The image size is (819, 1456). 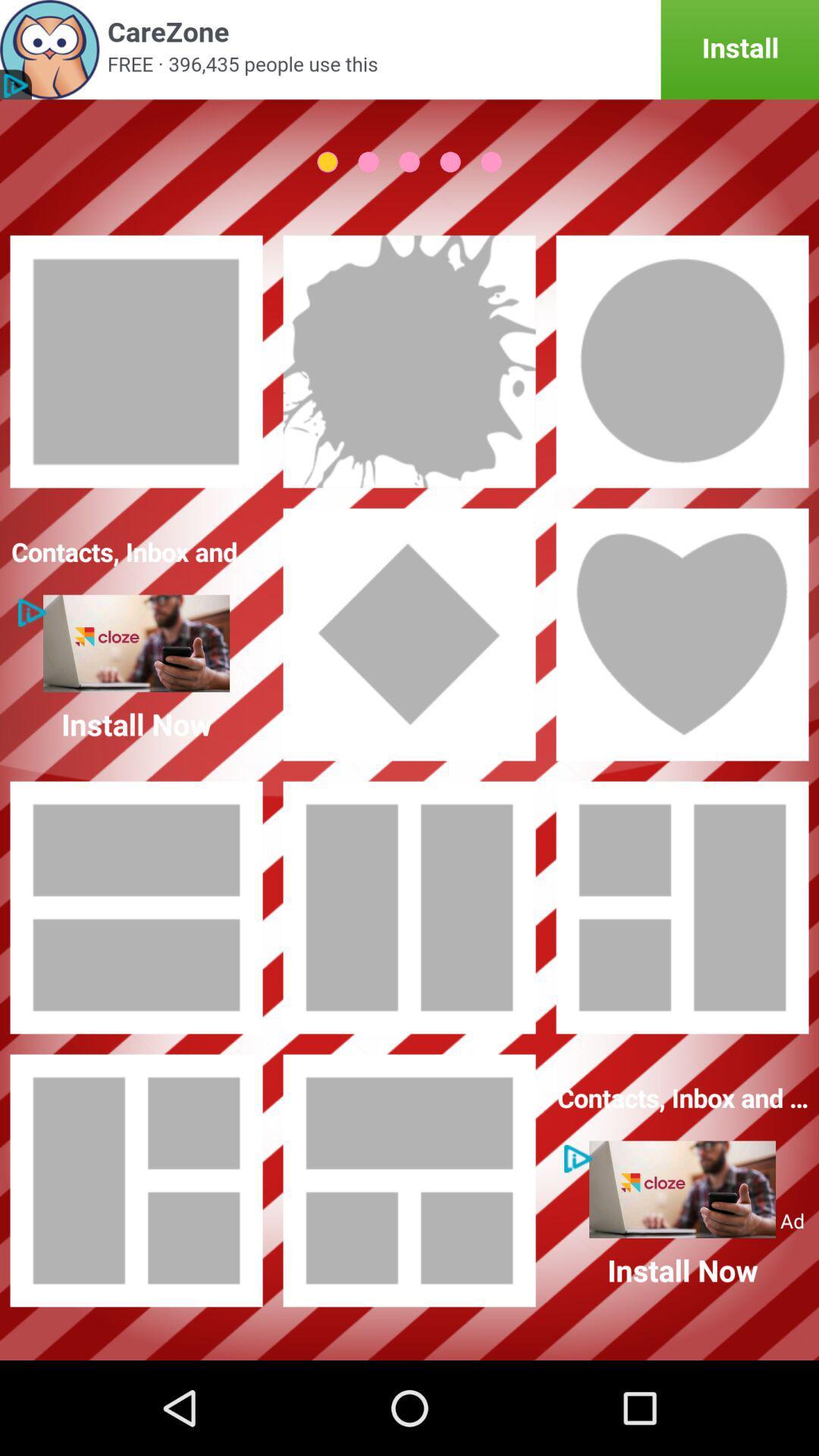 What do you see at coordinates (409, 634) in the screenshot?
I see `this layout` at bounding box center [409, 634].